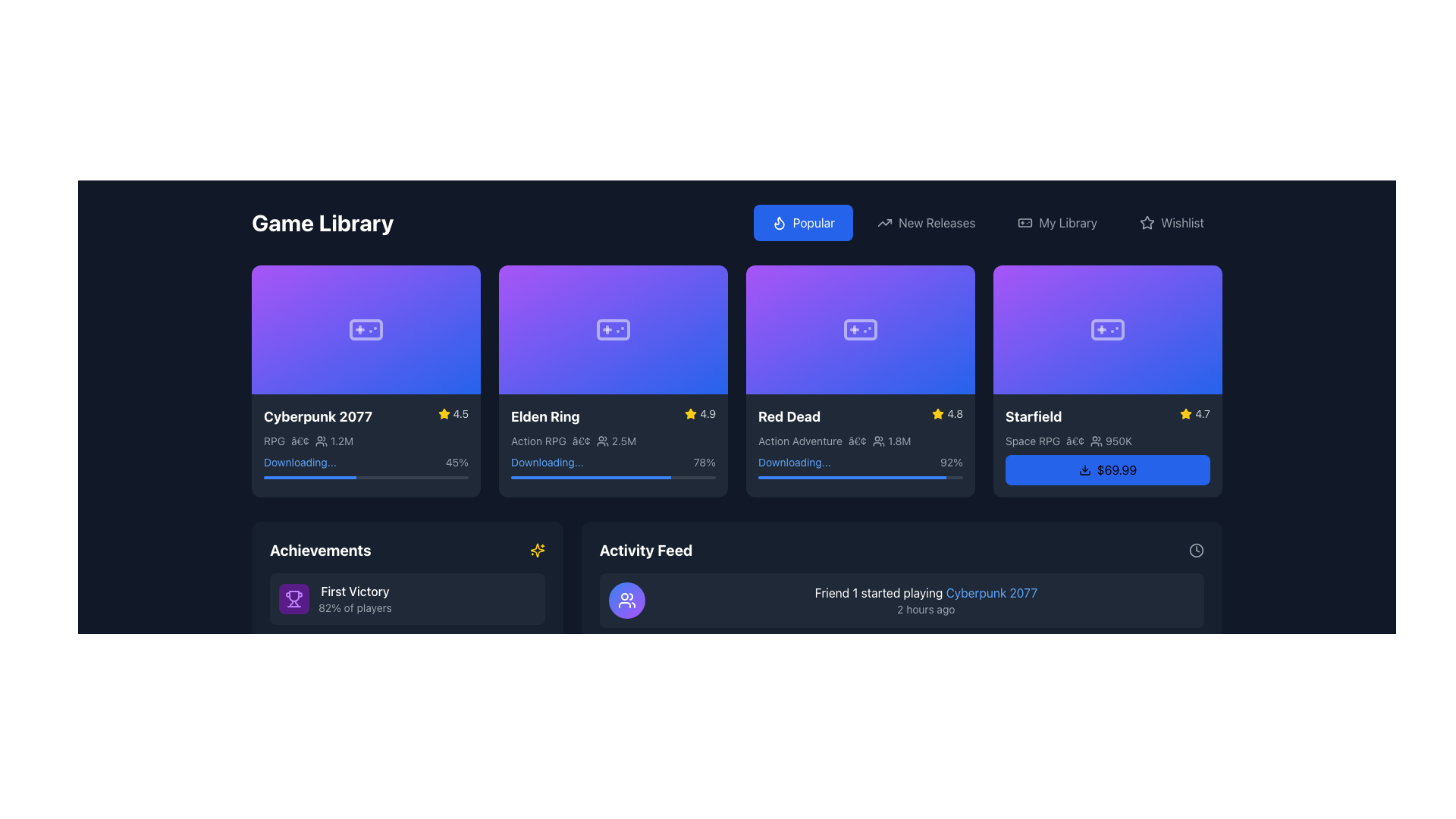 This screenshot has height=819, width=1456. Describe the element at coordinates (937, 413) in the screenshot. I see `the Rating star icon, which visually represents a rating in the game's score system, located to the left of the text '4.8.'` at that location.